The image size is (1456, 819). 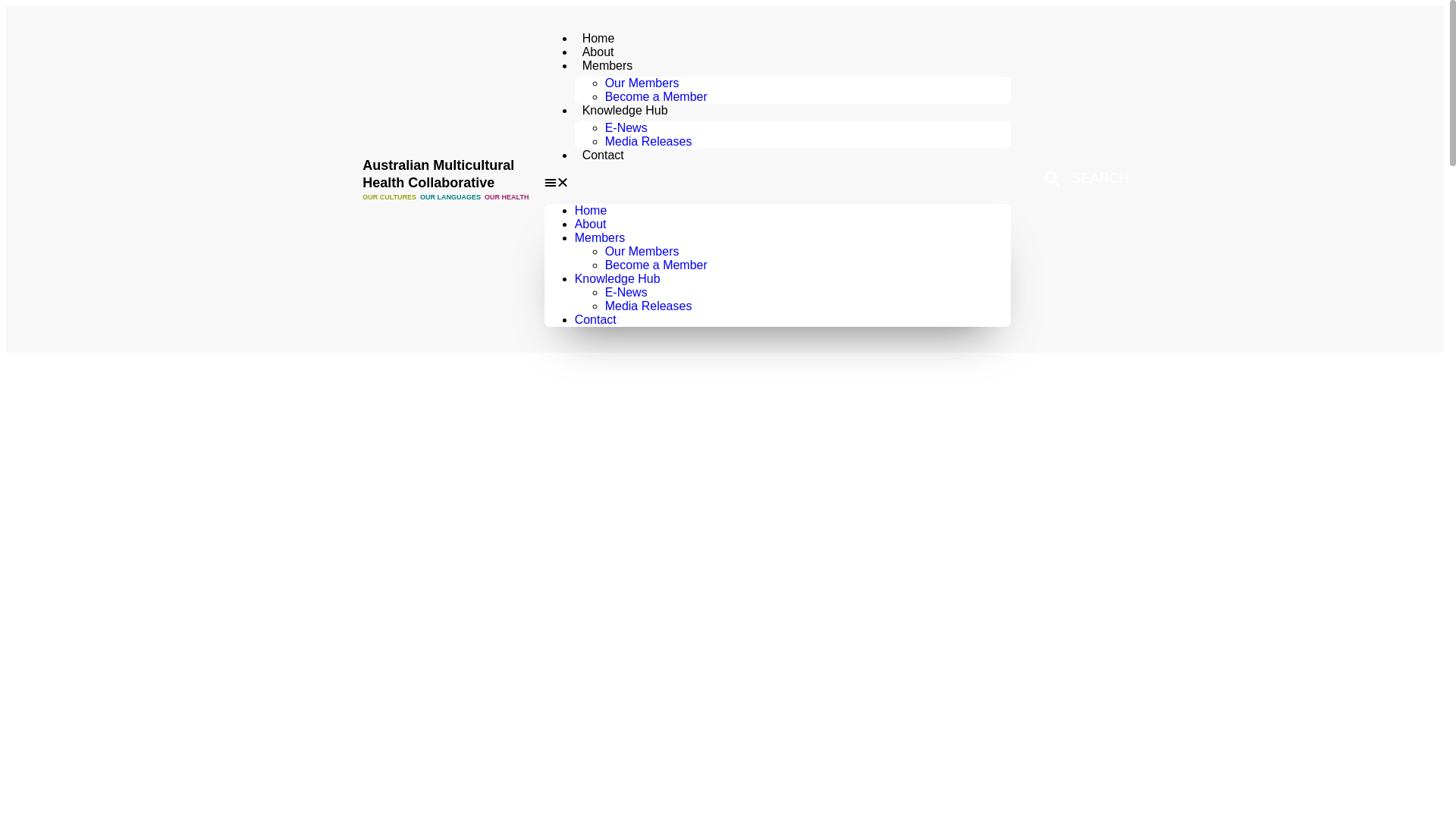 I want to click on 'Home', so click(x=590, y=210).